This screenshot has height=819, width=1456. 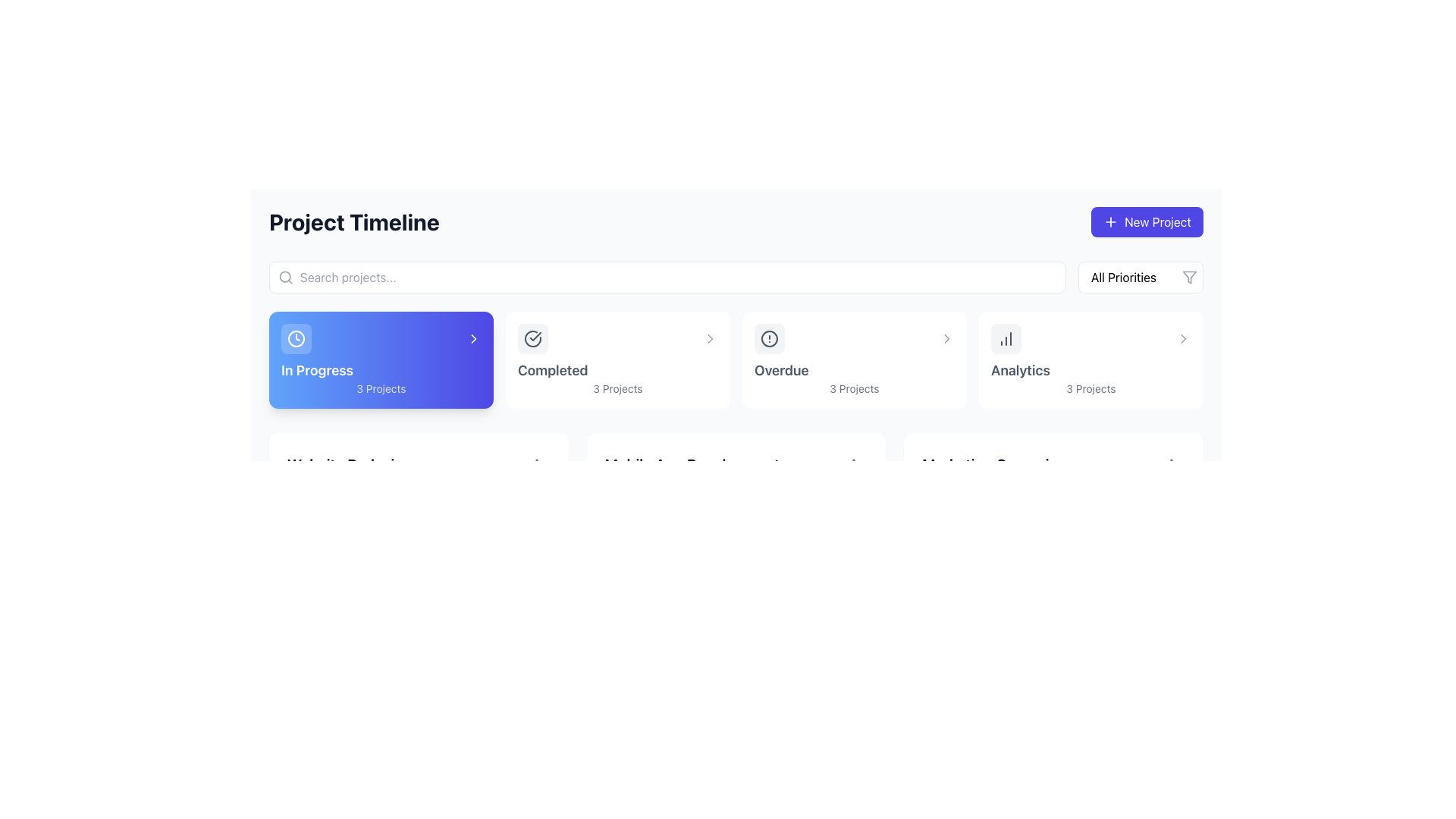 What do you see at coordinates (769, 338) in the screenshot?
I see `the alert icon embedded within a rounded gray background located next to the 'Overdue' title` at bounding box center [769, 338].